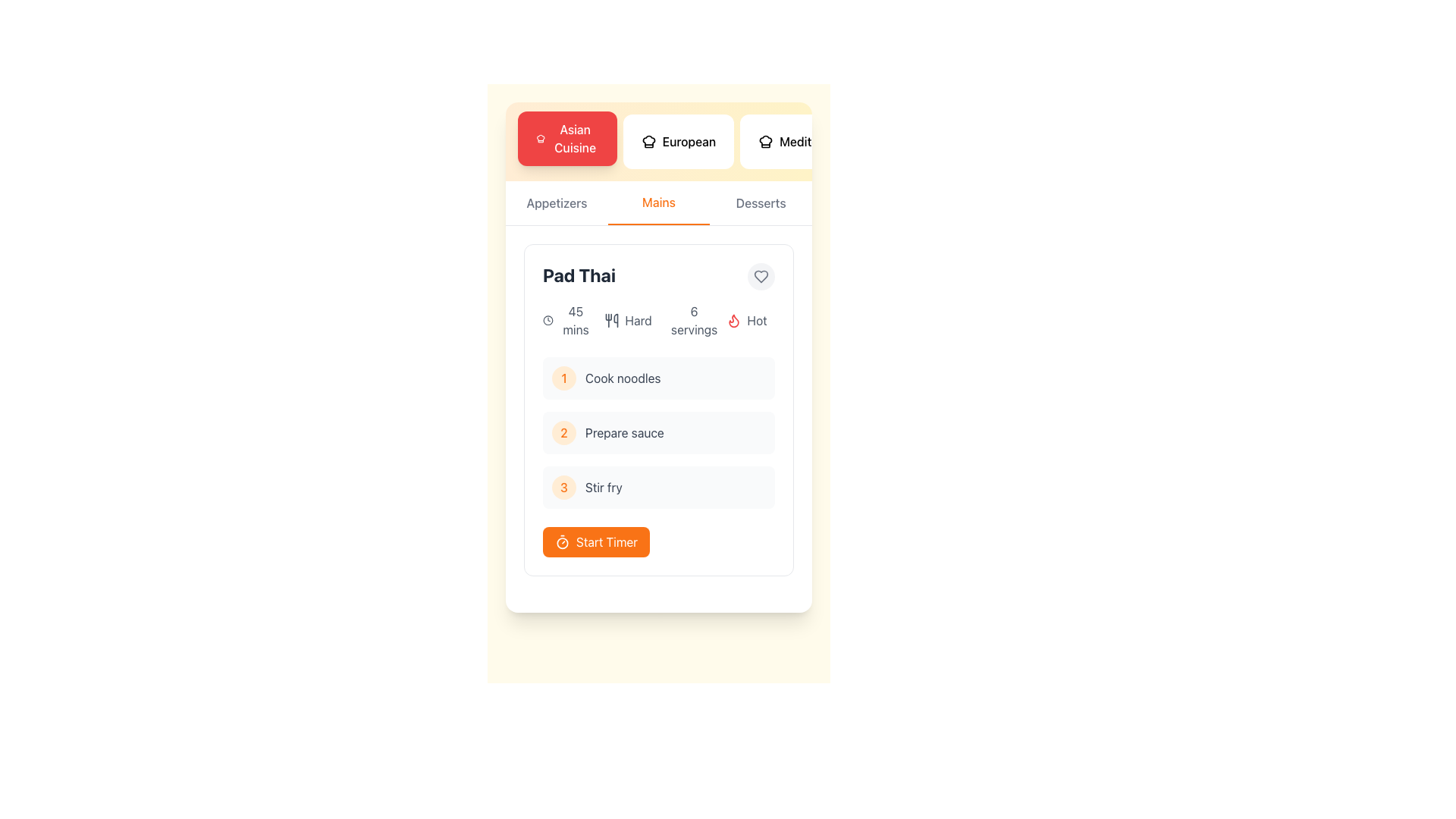 This screenshot has height=819, width=1456. Describe the element at coordinates (607, 541) in the screenshot. I see `the 'Start Timer' button located at the center of the orange button in the recipe card layout to initiate the timer for the cooking process` at that location.